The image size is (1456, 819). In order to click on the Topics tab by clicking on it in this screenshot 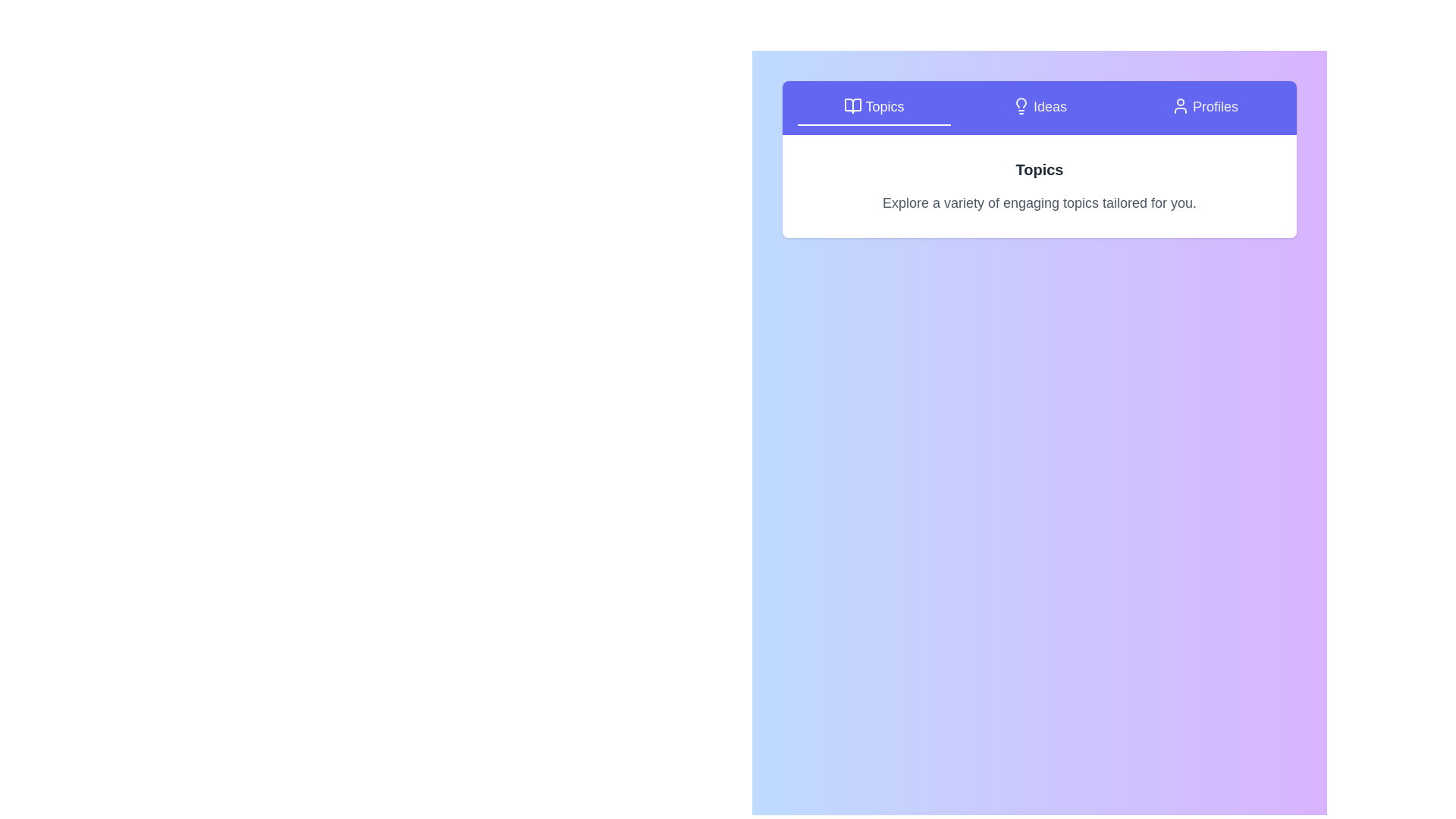, I will do `click(874, 107)`.